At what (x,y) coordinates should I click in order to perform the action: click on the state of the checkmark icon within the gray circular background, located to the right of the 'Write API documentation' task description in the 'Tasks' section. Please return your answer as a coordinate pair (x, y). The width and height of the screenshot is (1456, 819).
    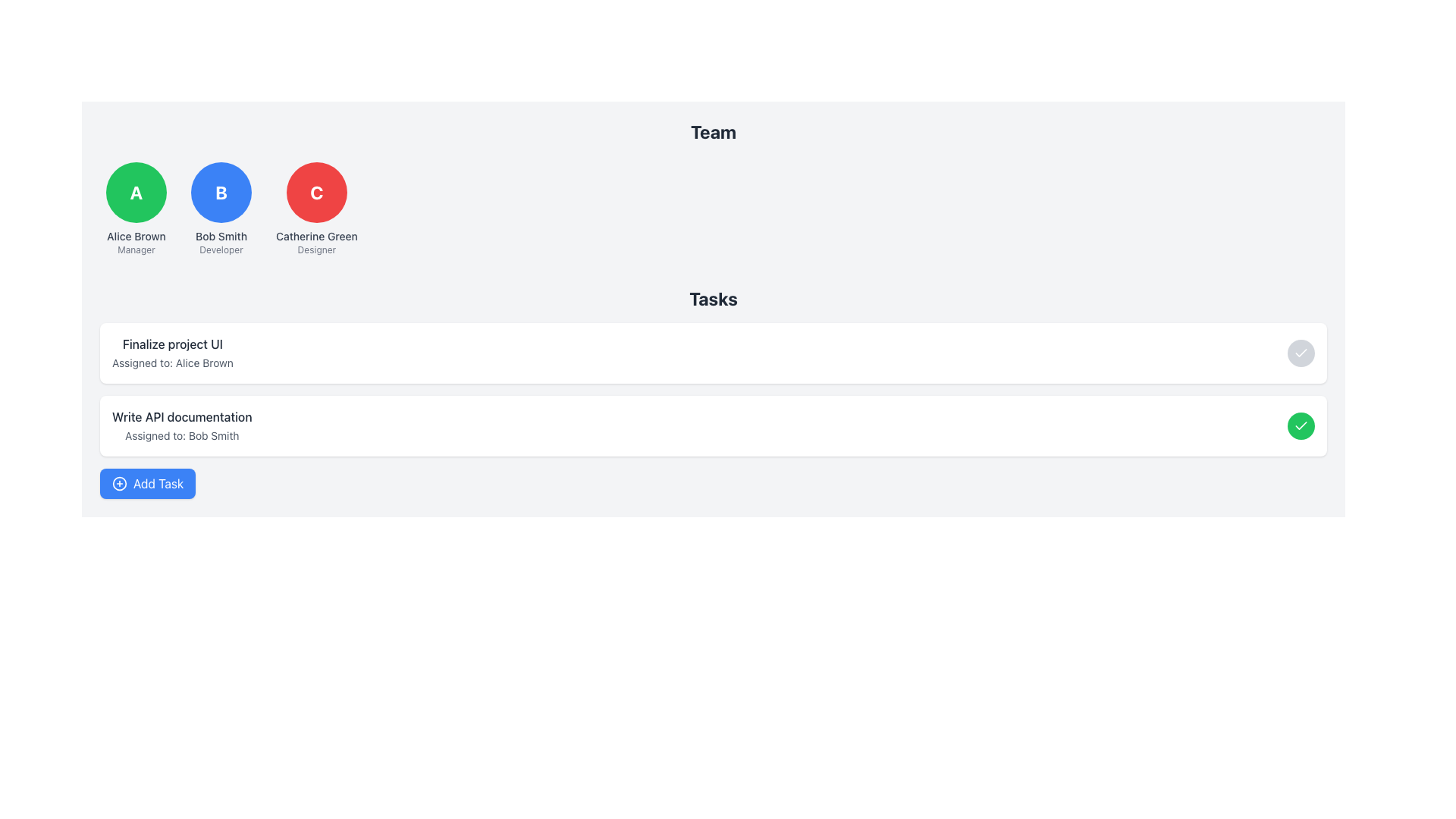
    Looking at the image, I should click on (1301, 353).